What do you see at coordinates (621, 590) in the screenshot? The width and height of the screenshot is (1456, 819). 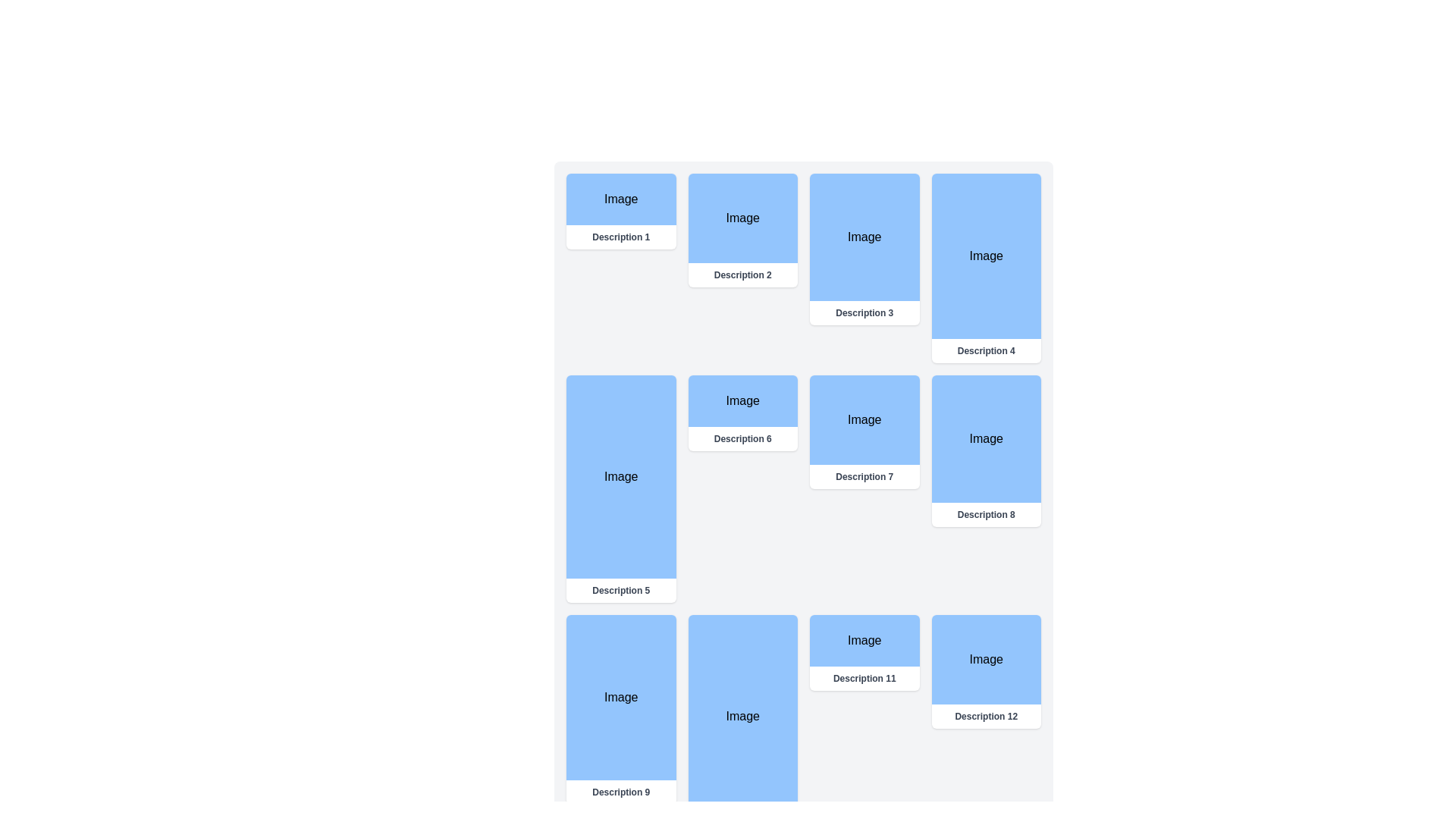 I see `text content of the label displaying 'Description 5', which is styled in gray color and bold lettering, located beneath a blue rectangular image` at bounding box center [621, 590].